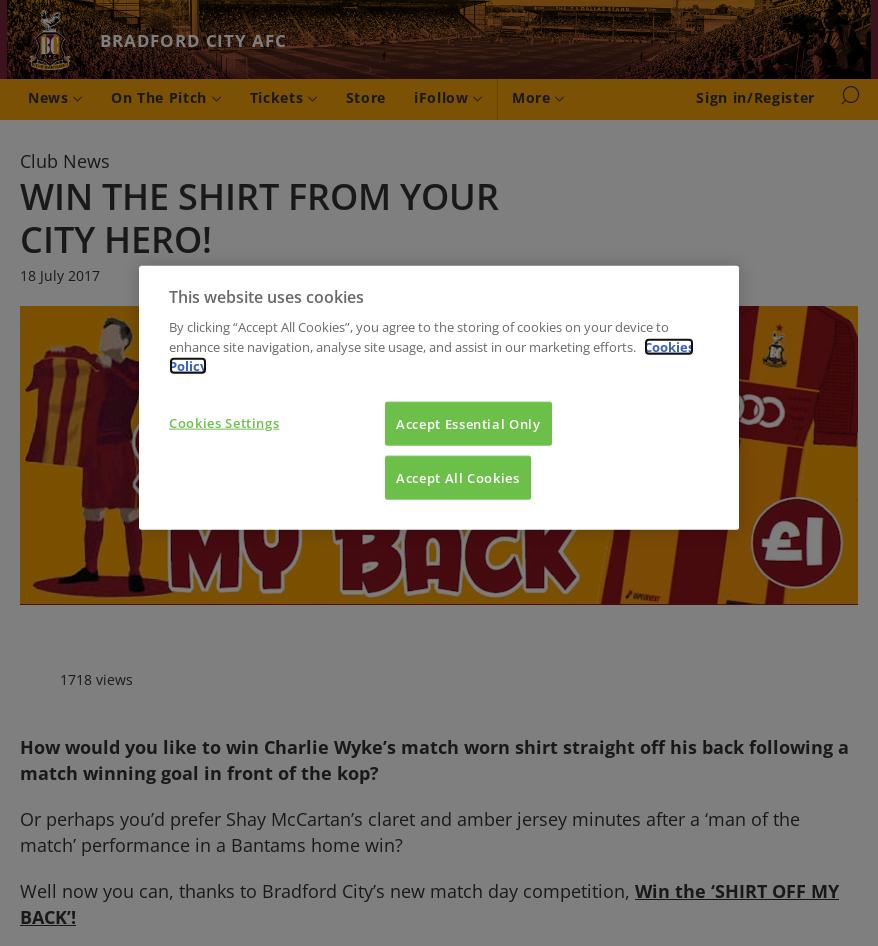  I want to click on 'Sign in/Register', so click(755, 95).